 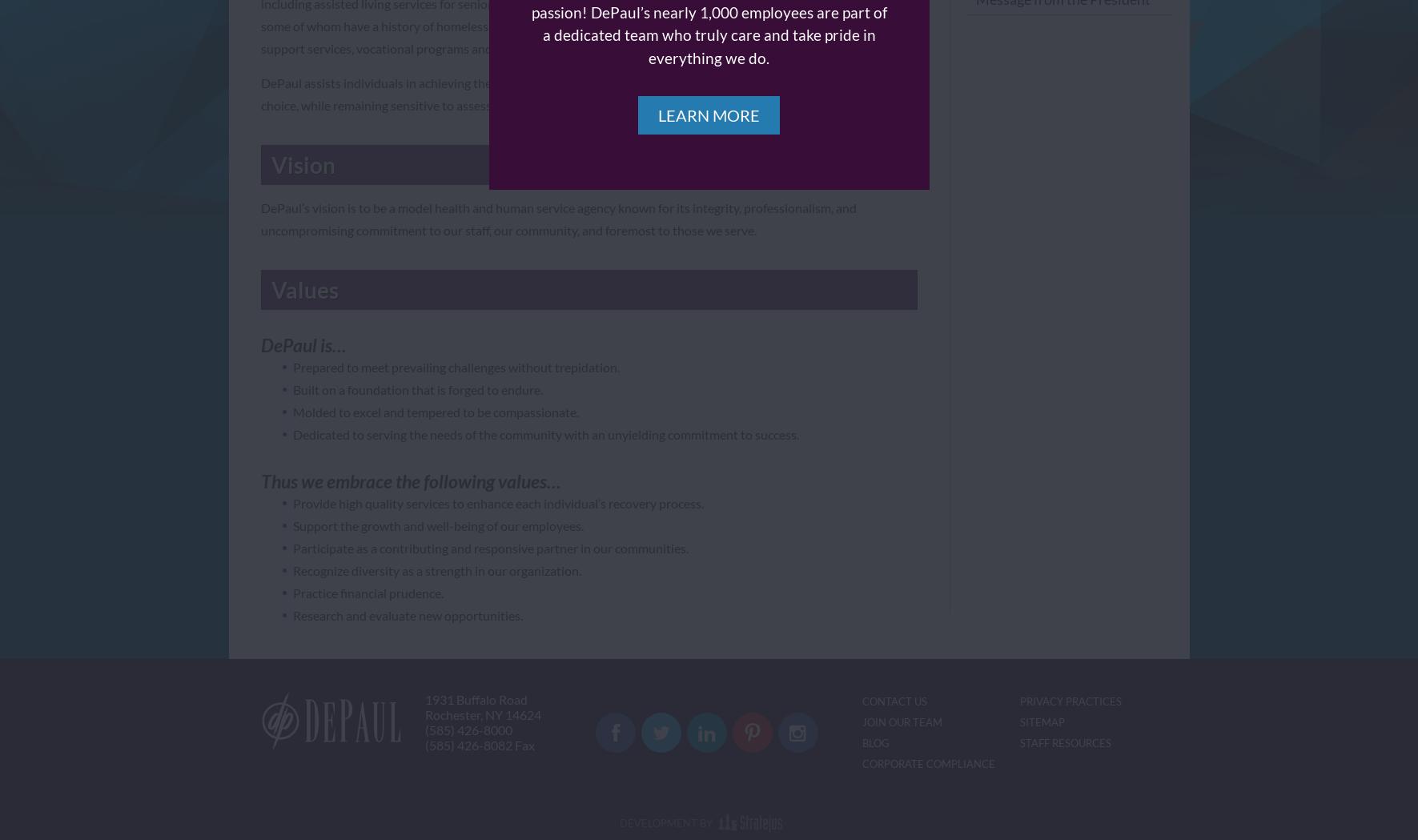 I want to click on 'Molded to excel and tempered to be compassionate.', so click(x=291, y=411).